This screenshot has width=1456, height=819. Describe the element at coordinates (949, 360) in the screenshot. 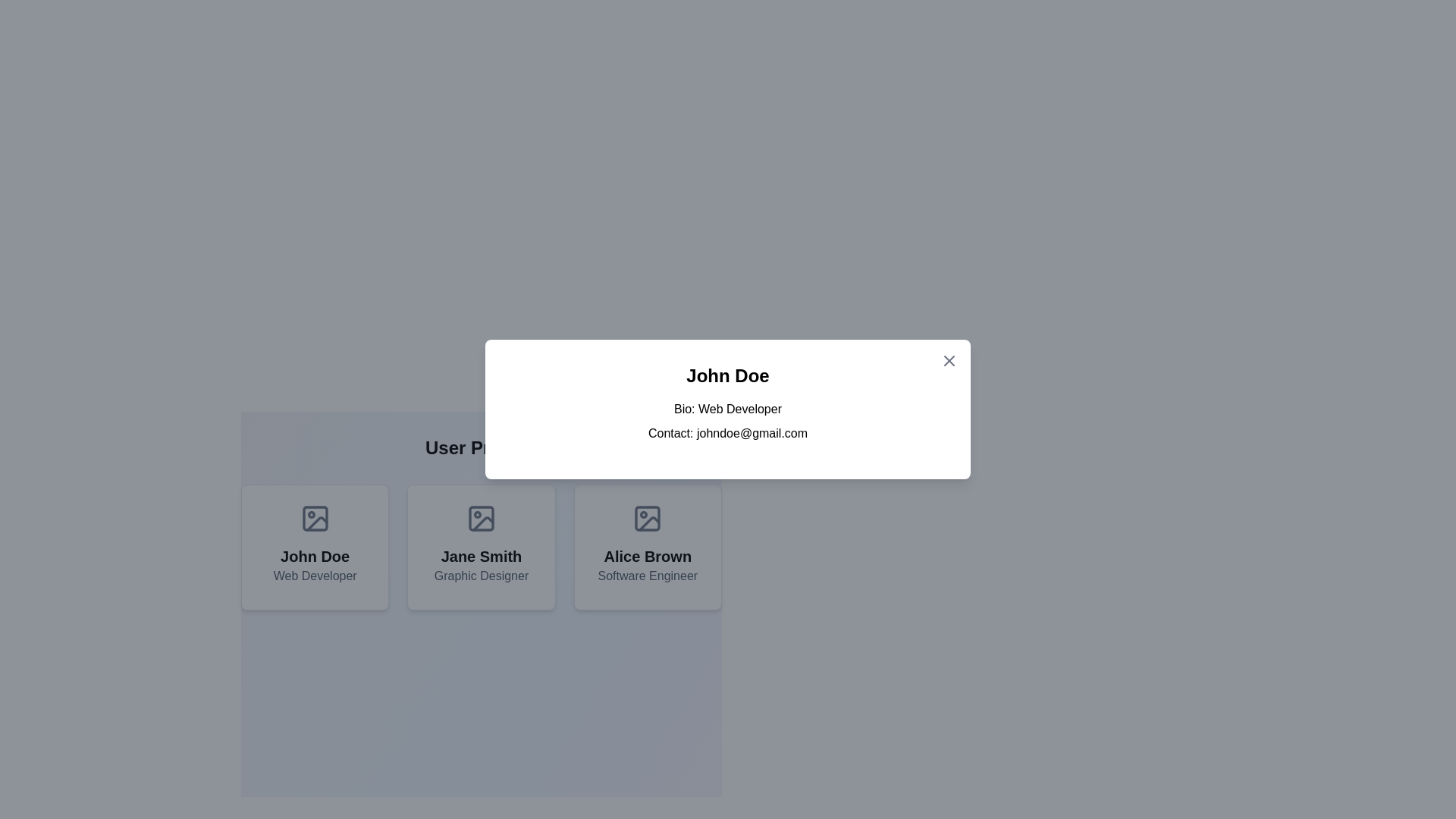

I see `the 'X' shaped close button located at the top-right corner of the modal dialog` at that location.